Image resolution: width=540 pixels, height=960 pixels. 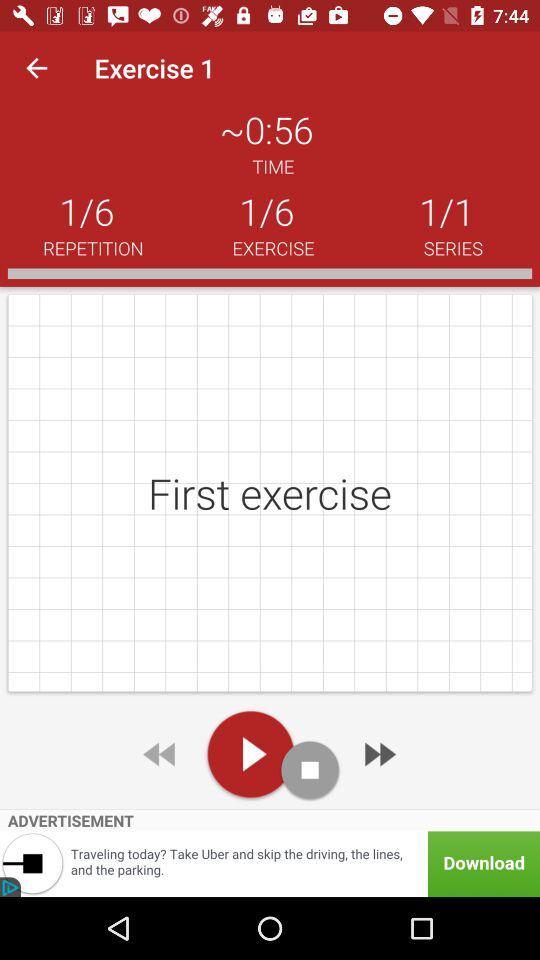 What do you see at coordinates (310, 769) in the screenshot?
I see `pause exercise` at bounding box center [310, 769].